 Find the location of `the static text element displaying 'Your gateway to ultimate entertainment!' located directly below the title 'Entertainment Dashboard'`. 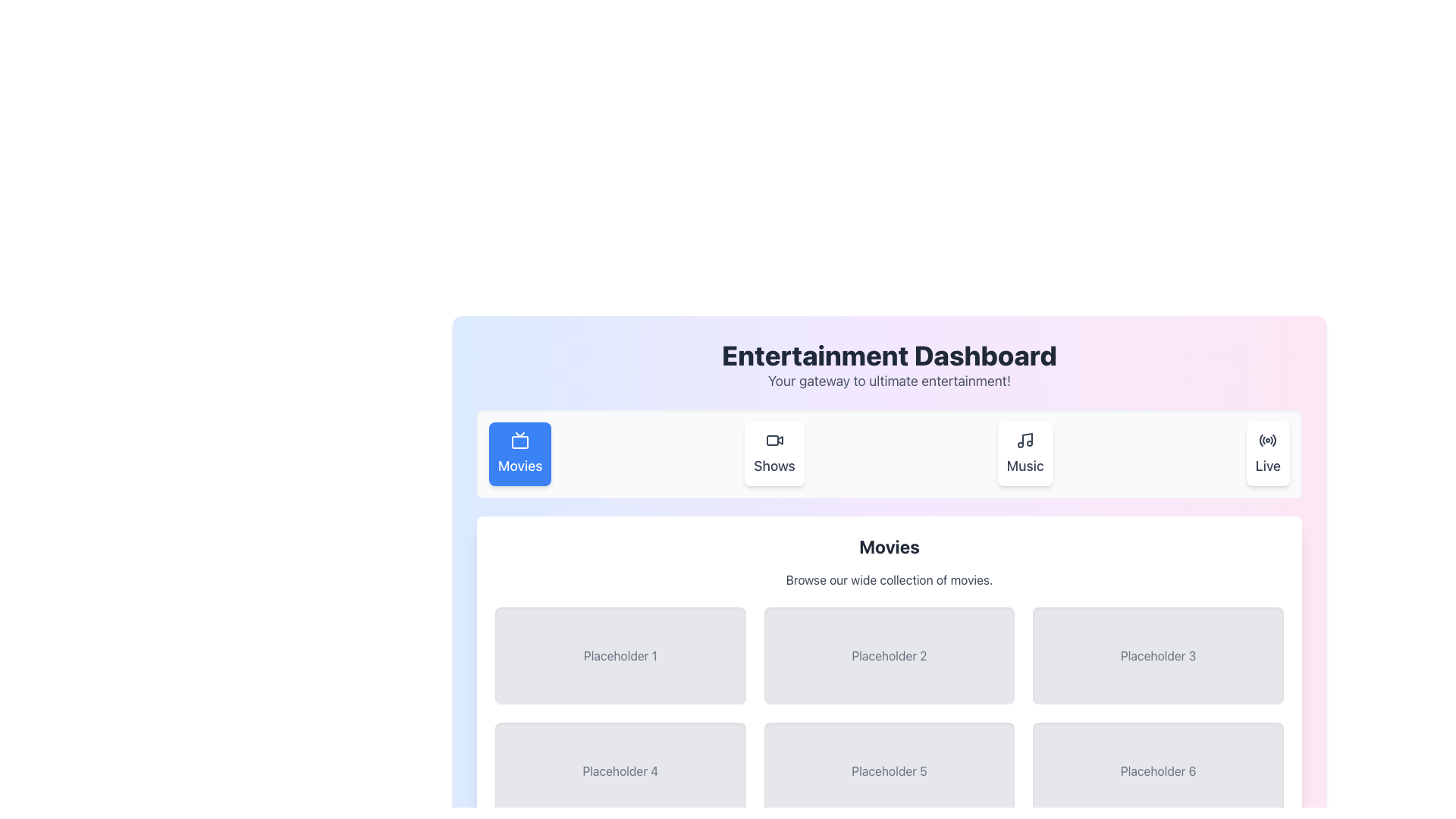

the static text element displaying 'Your gateway to ultimate entertainment!' located directly below the title 'Entertainment Dashboard' is located at coordinates (889, 380).